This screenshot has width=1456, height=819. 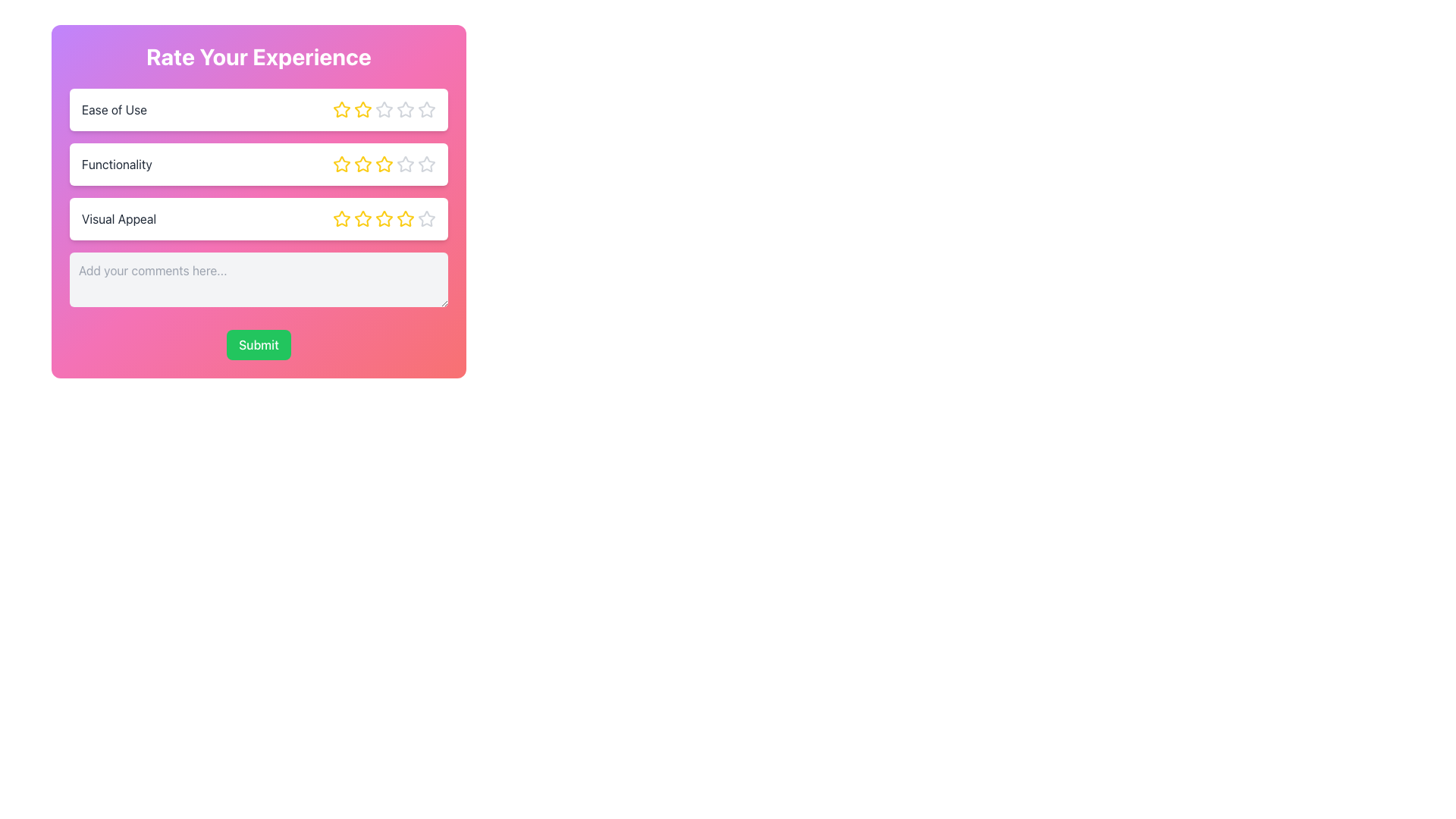 I want to click on the first yellow star icon for rating 'Functionality', so click(x=341, y=164).